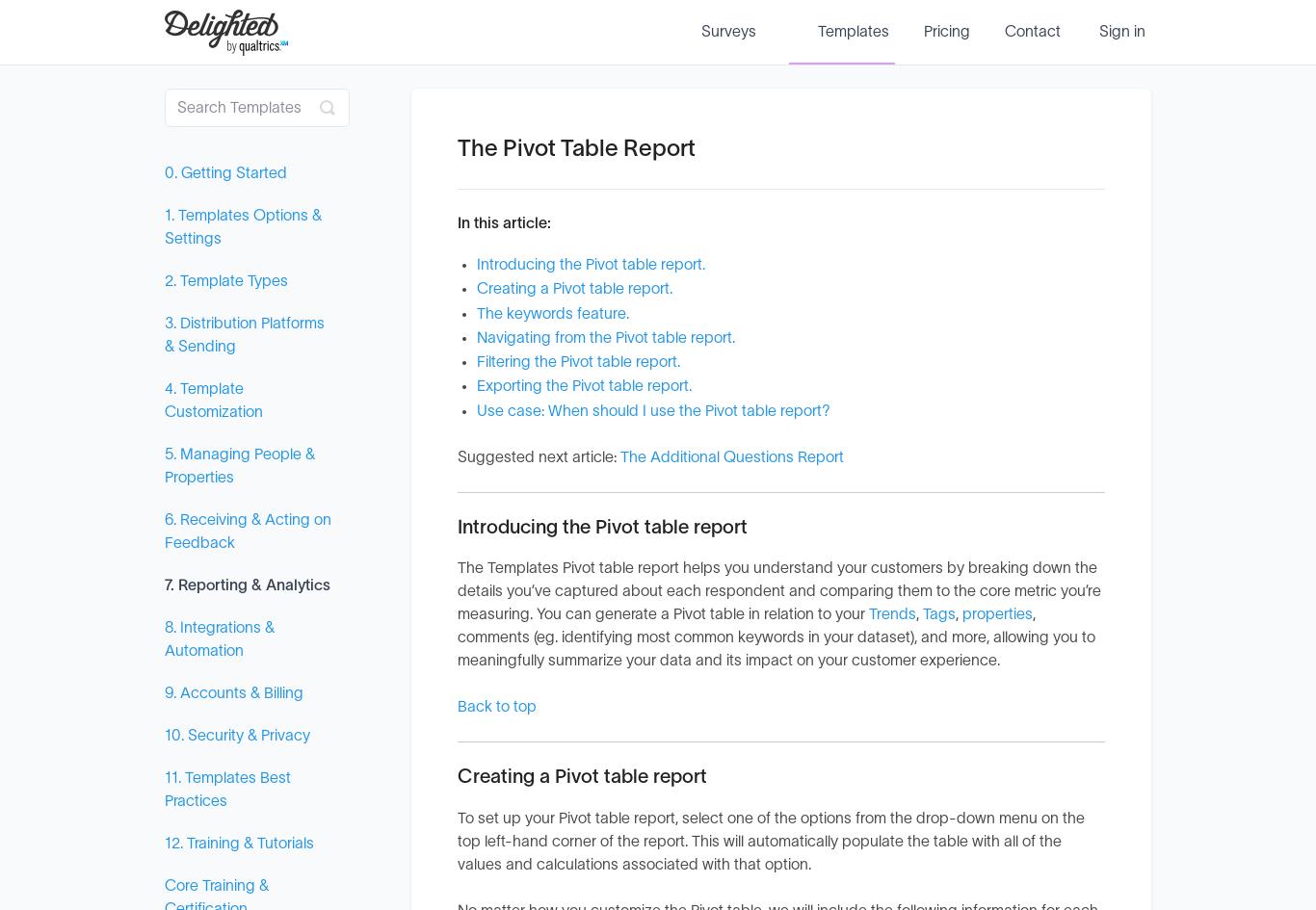  What do you see at coordinates (240, 465) in the screenshot?
I see `'5. Managing People & Properties'` at bounding box center [240, 465].